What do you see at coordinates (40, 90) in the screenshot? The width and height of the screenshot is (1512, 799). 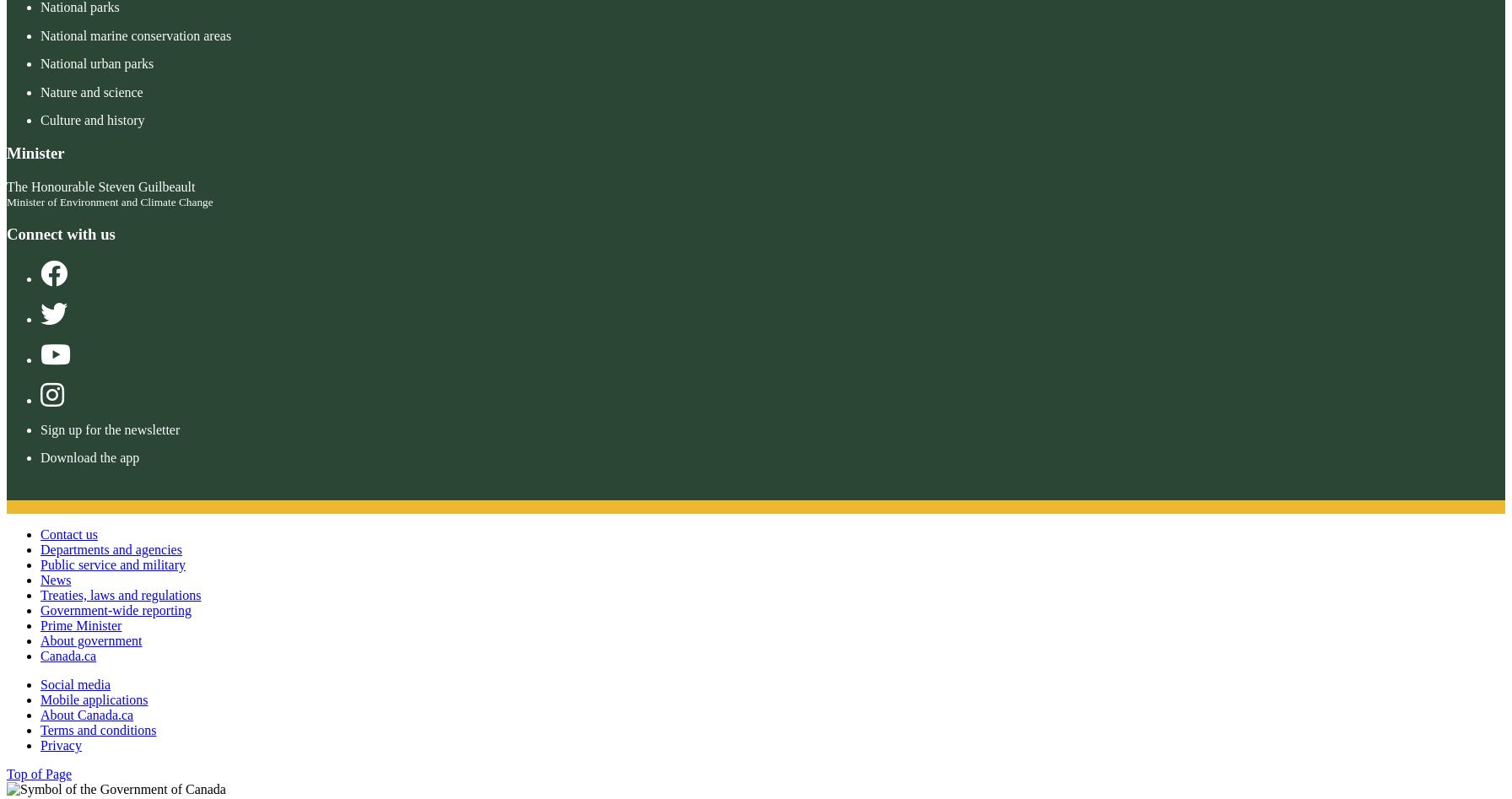 I see `'Nature and science'` at bounding box center [40, 90].